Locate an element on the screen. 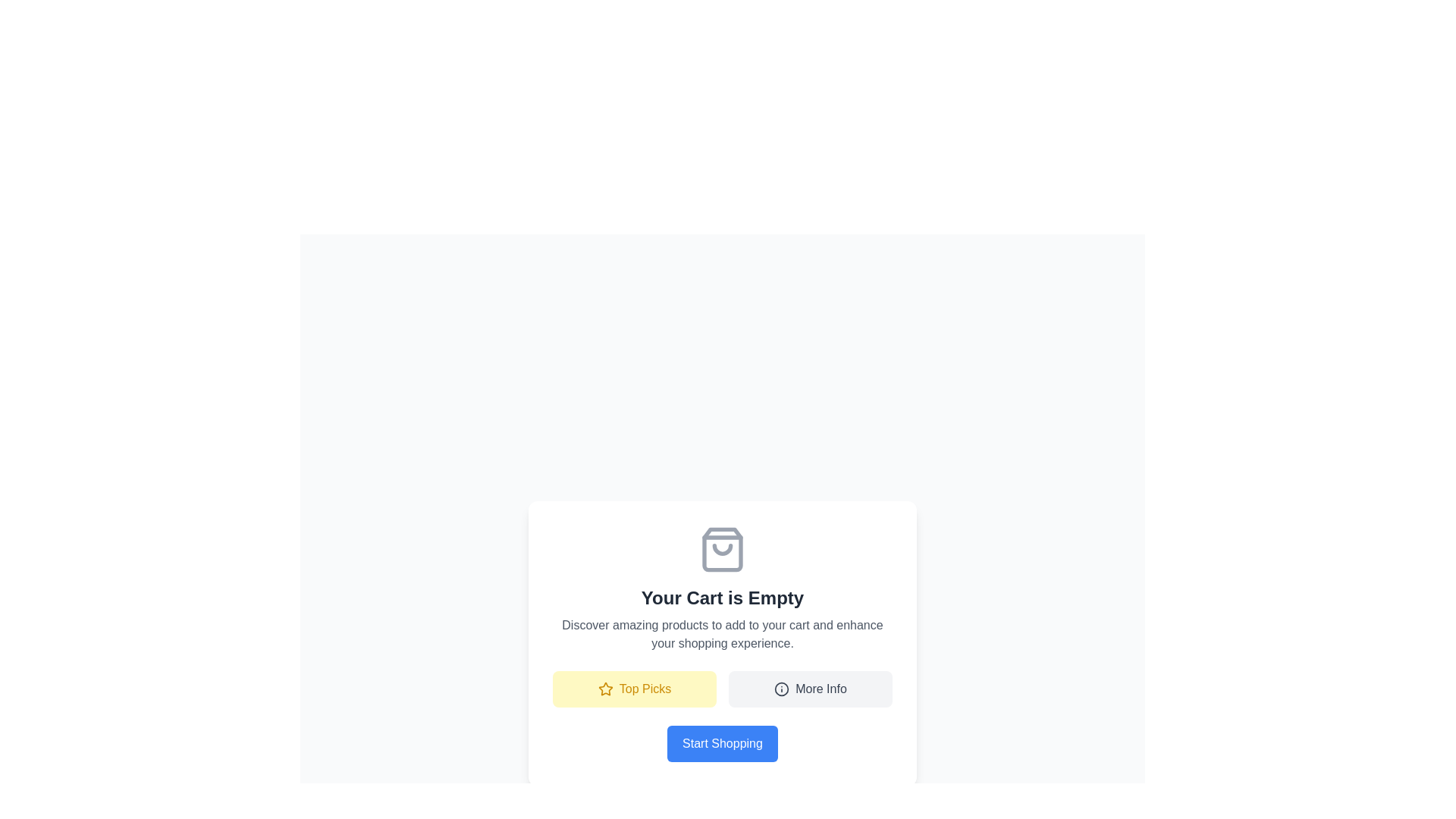 This screenshot has height=819, width=1456. the rectangular blue button labeled 'Start Shopping' located at the bottom center of the white card interface to initiate the shopping action is located at coordinates (721, 742).